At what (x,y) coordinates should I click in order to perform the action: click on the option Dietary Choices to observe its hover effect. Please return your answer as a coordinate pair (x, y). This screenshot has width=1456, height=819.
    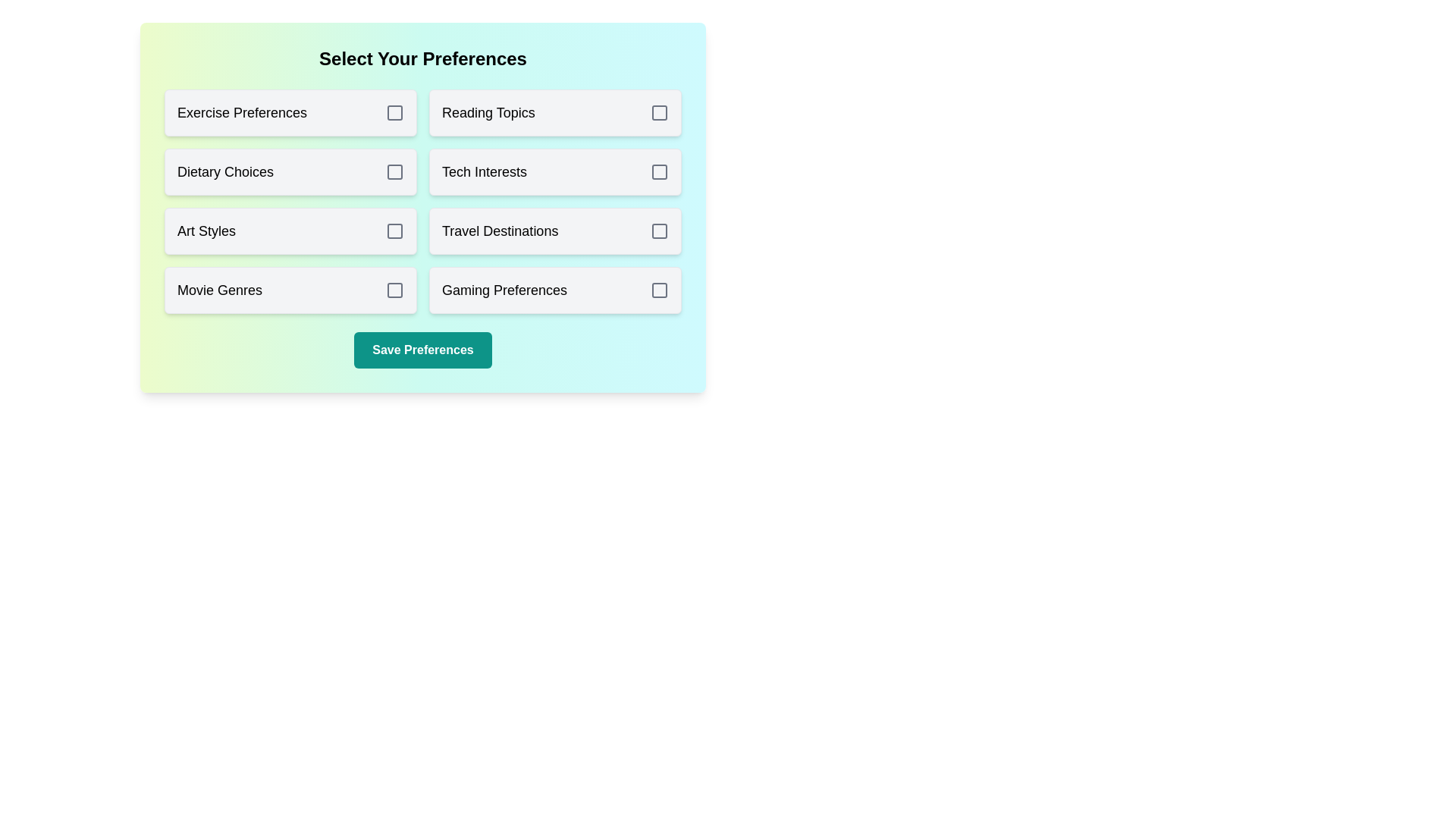
    Looking at the image, I should click on (290, 171).